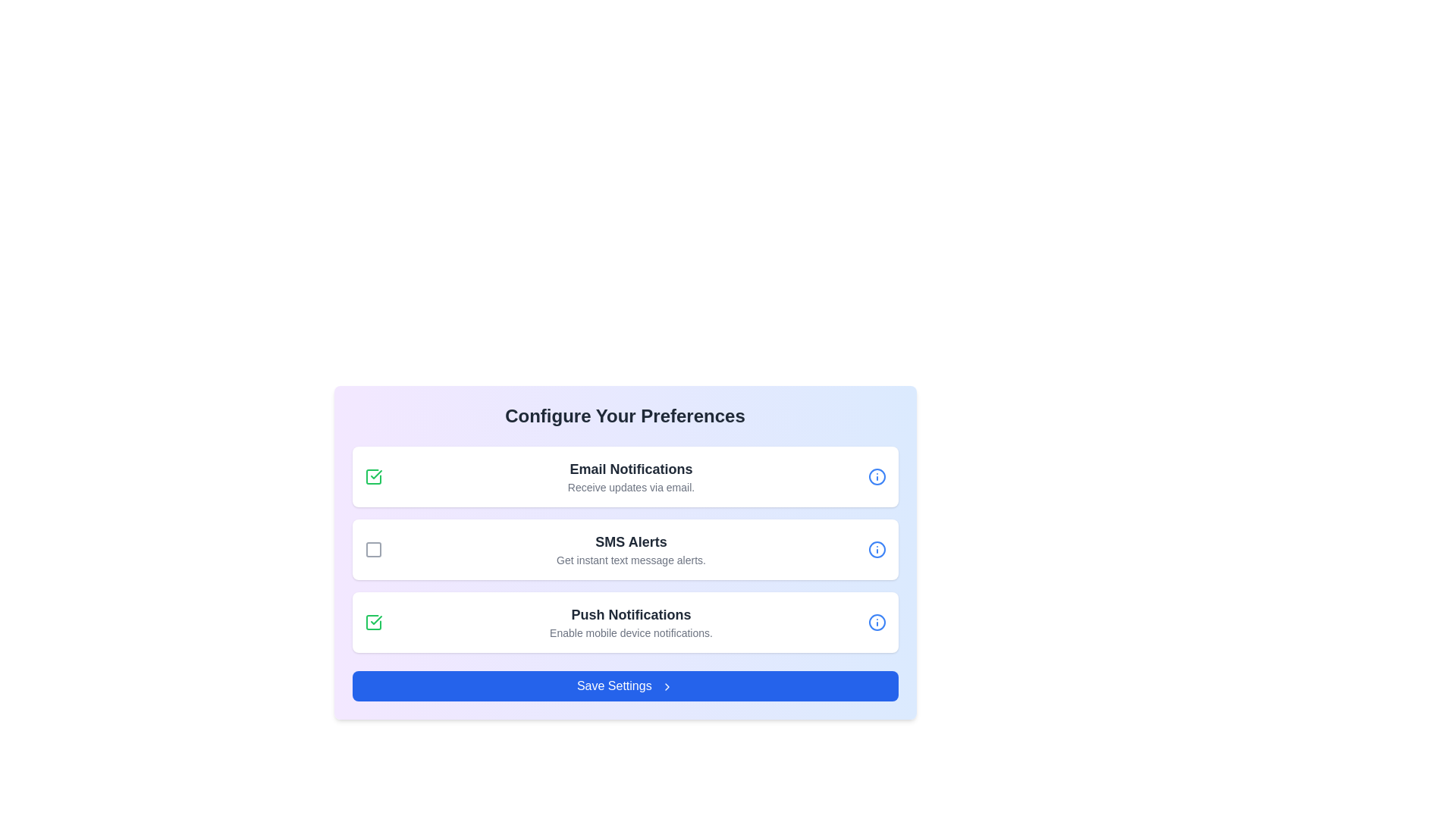  I want to click on the 'Push Notifications' text label, which is displayed in bold and dark gray color within the 'Configure Your Preferences' section, so click(631, 614).